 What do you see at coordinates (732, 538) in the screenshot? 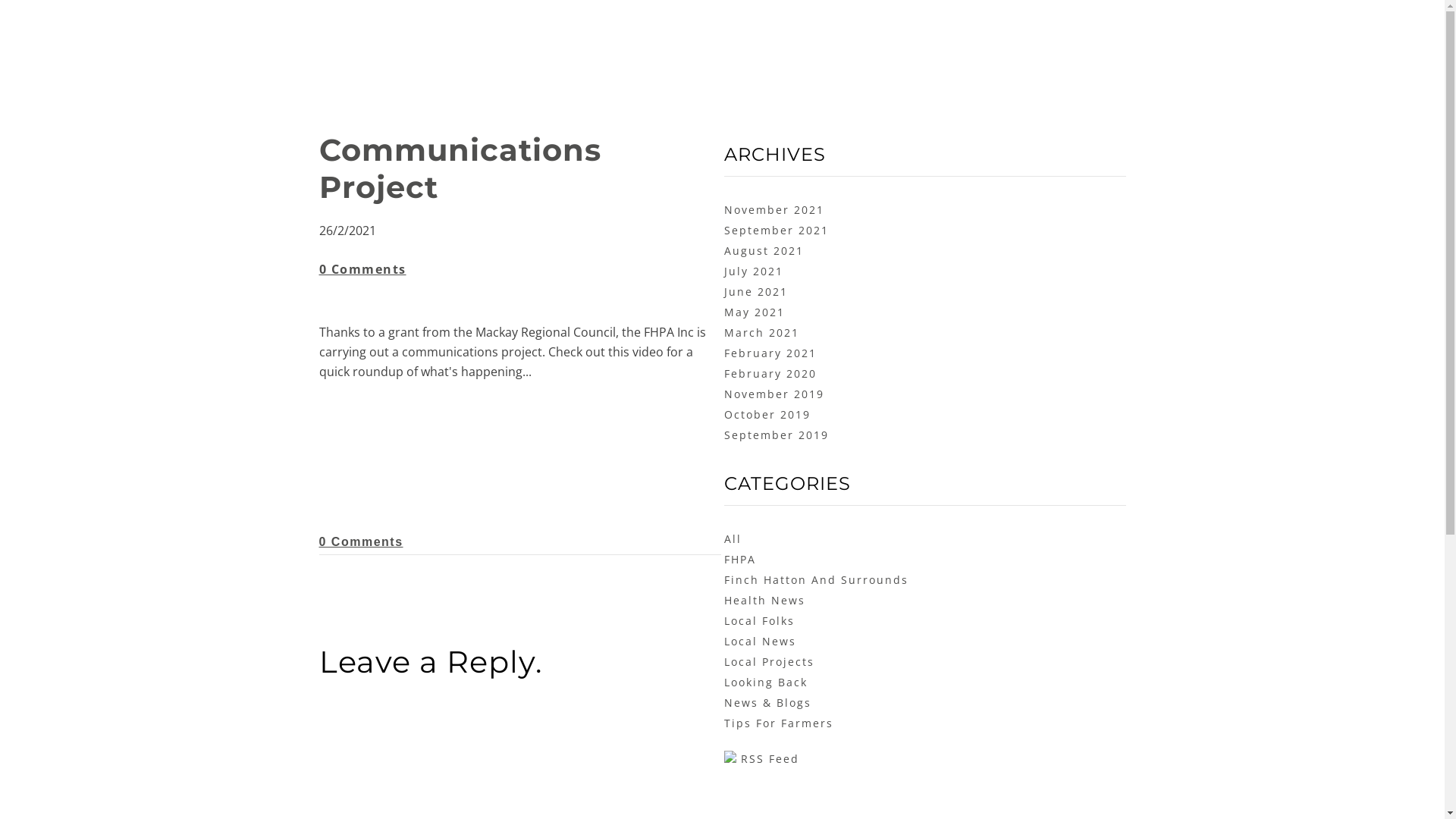
I see `'All'` at bounding box center [732, 538].